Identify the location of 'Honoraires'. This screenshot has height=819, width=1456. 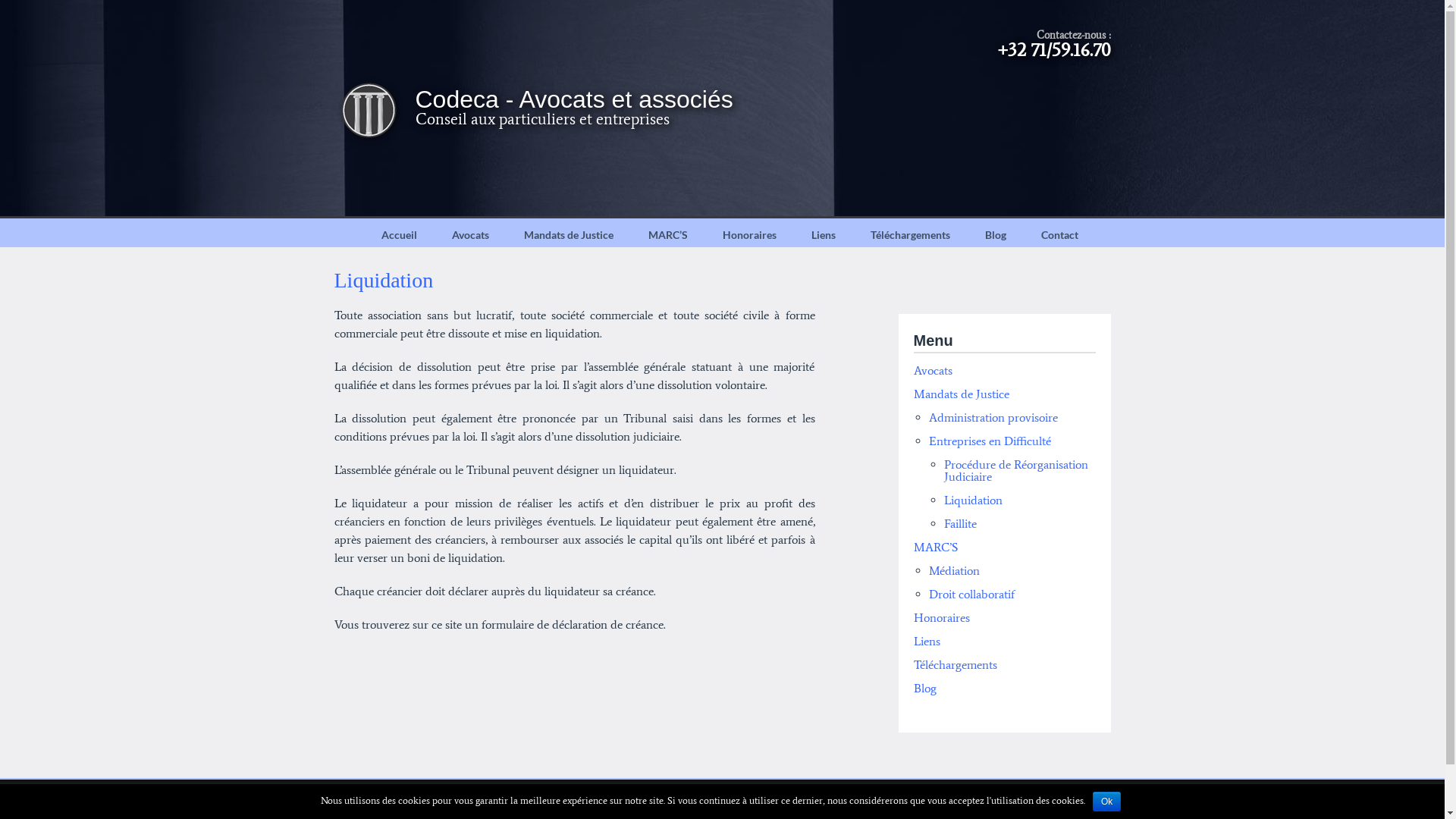
(749, 234).